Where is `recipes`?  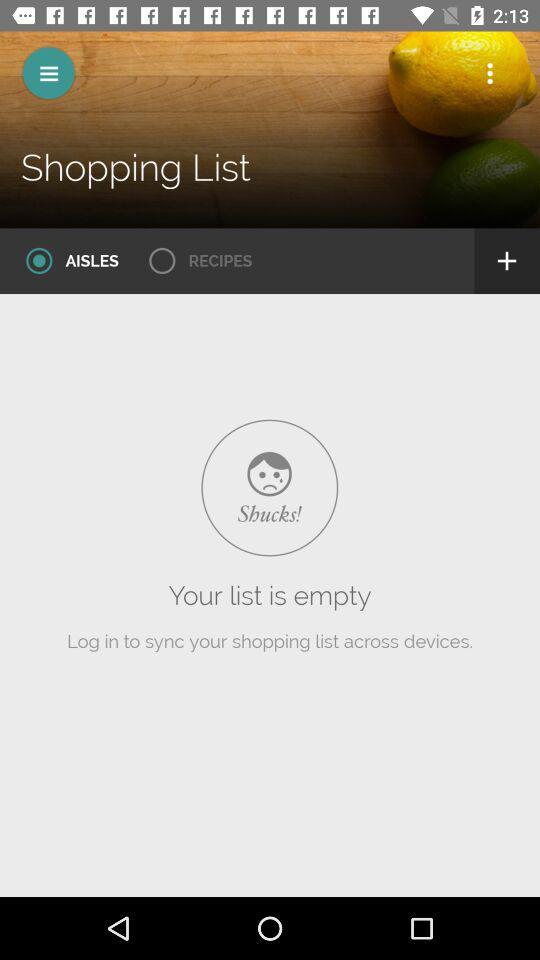 recipes is located at coordinates (194, 260).